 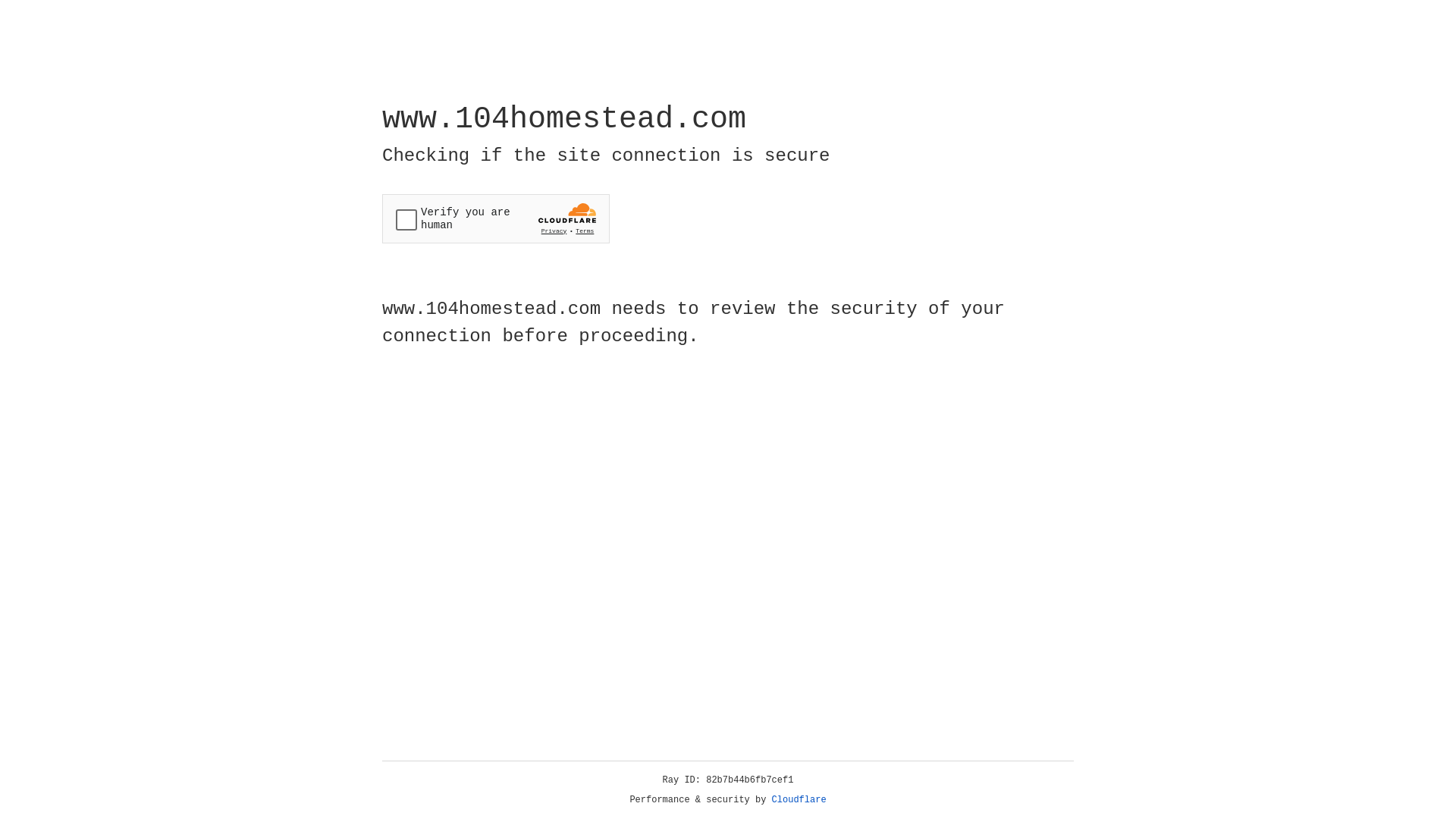 I want to click on 'Widget containing a Cloudflare security challenge', so click(x=495, y=218).